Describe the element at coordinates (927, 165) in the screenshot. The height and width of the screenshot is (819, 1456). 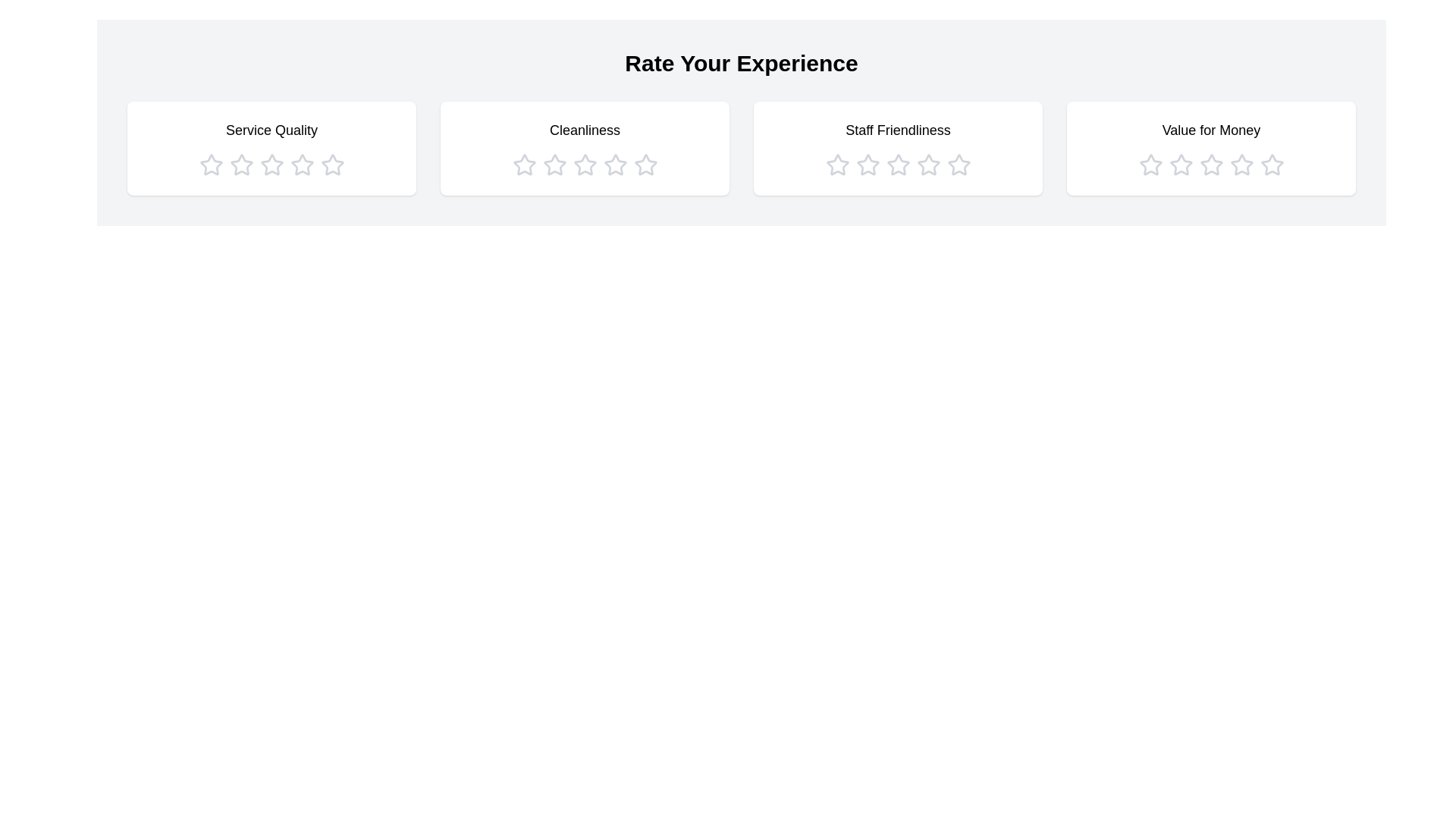
I see `the star icon corresponding to 4 stars in the category Staff Friendliness` at that location.